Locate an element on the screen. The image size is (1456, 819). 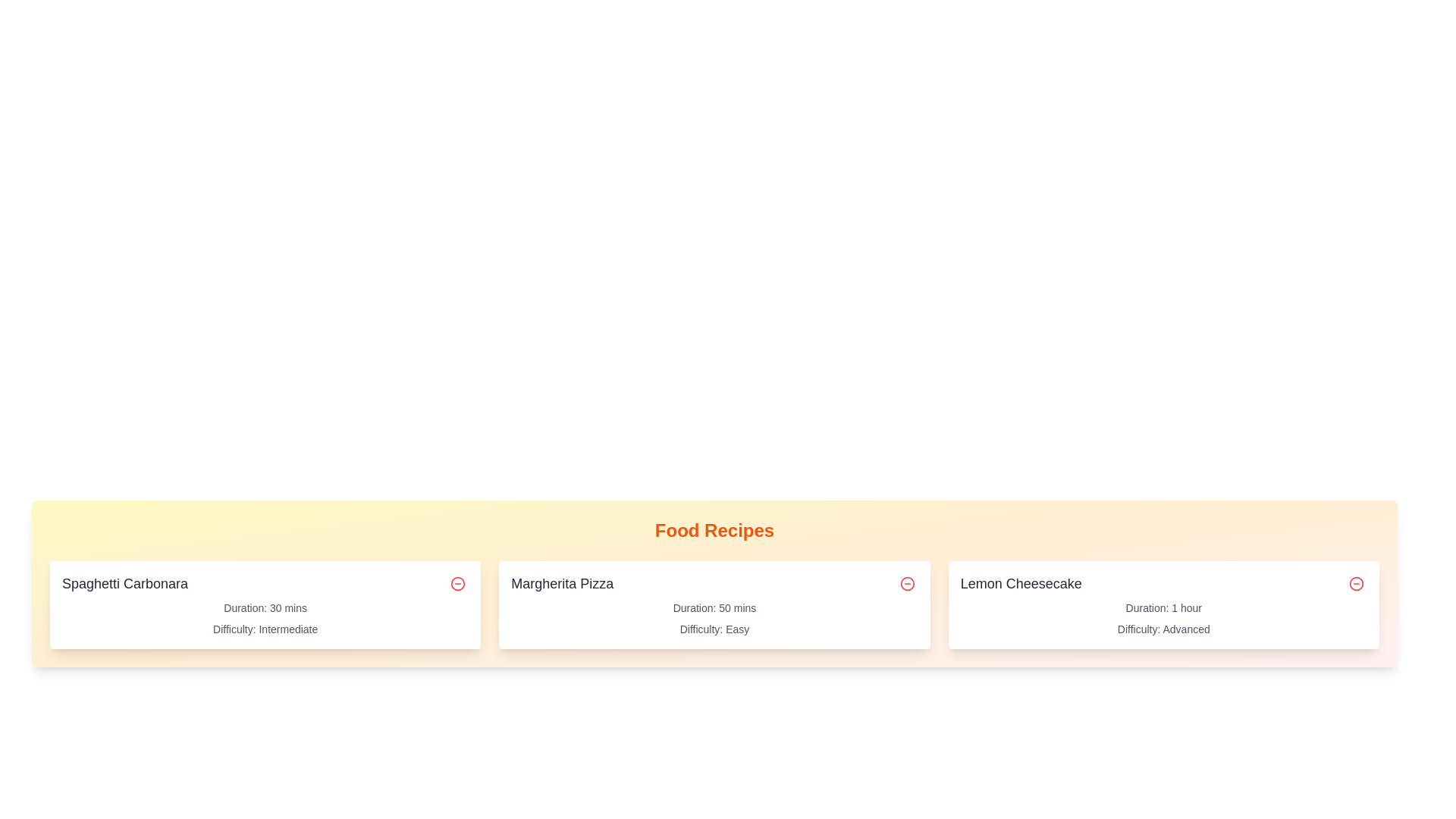
the text label that serves as the title for the recipe entry 'Lemon Cheesecake', which is located on the far right side of the horizontally aligned list of recipes is located at coordinates (1021, 583).